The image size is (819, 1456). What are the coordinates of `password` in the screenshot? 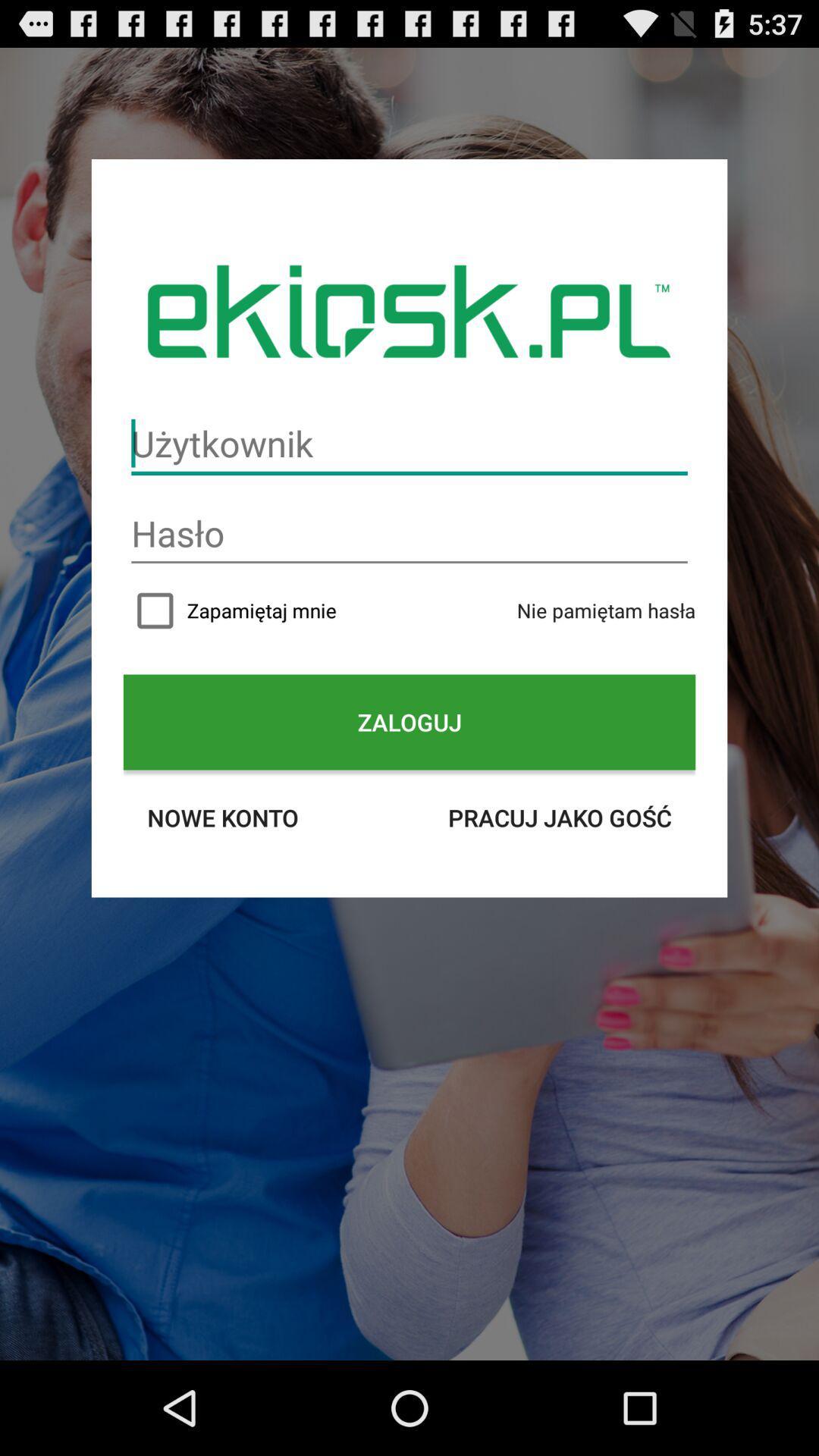 It's located at (409, 534).